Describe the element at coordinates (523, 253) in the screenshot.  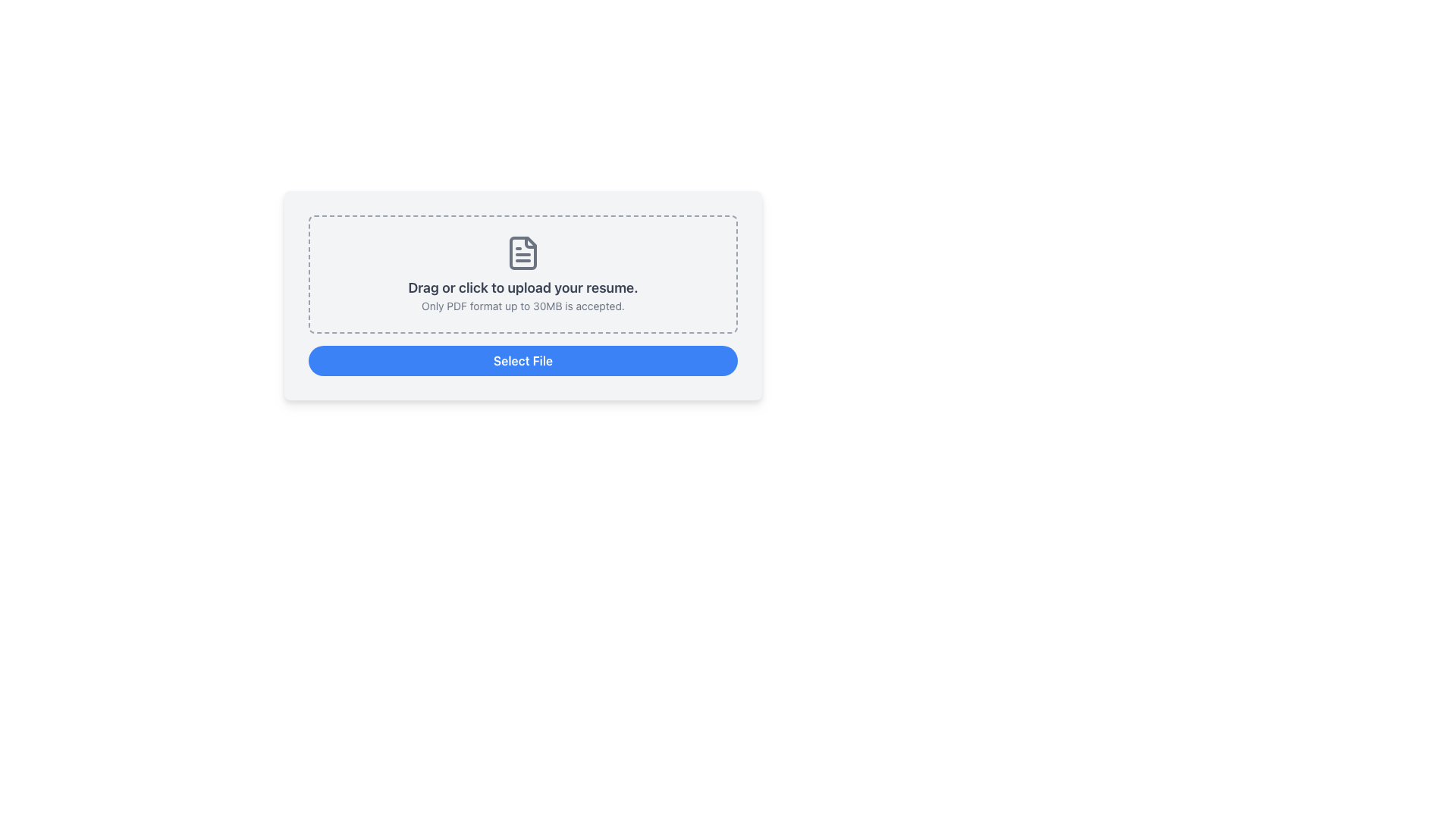
I see `the document icon, which is styled with a gray stroke outline and has lines representing text, located above the 'Drag or click to upload your resume.' text` at that location.